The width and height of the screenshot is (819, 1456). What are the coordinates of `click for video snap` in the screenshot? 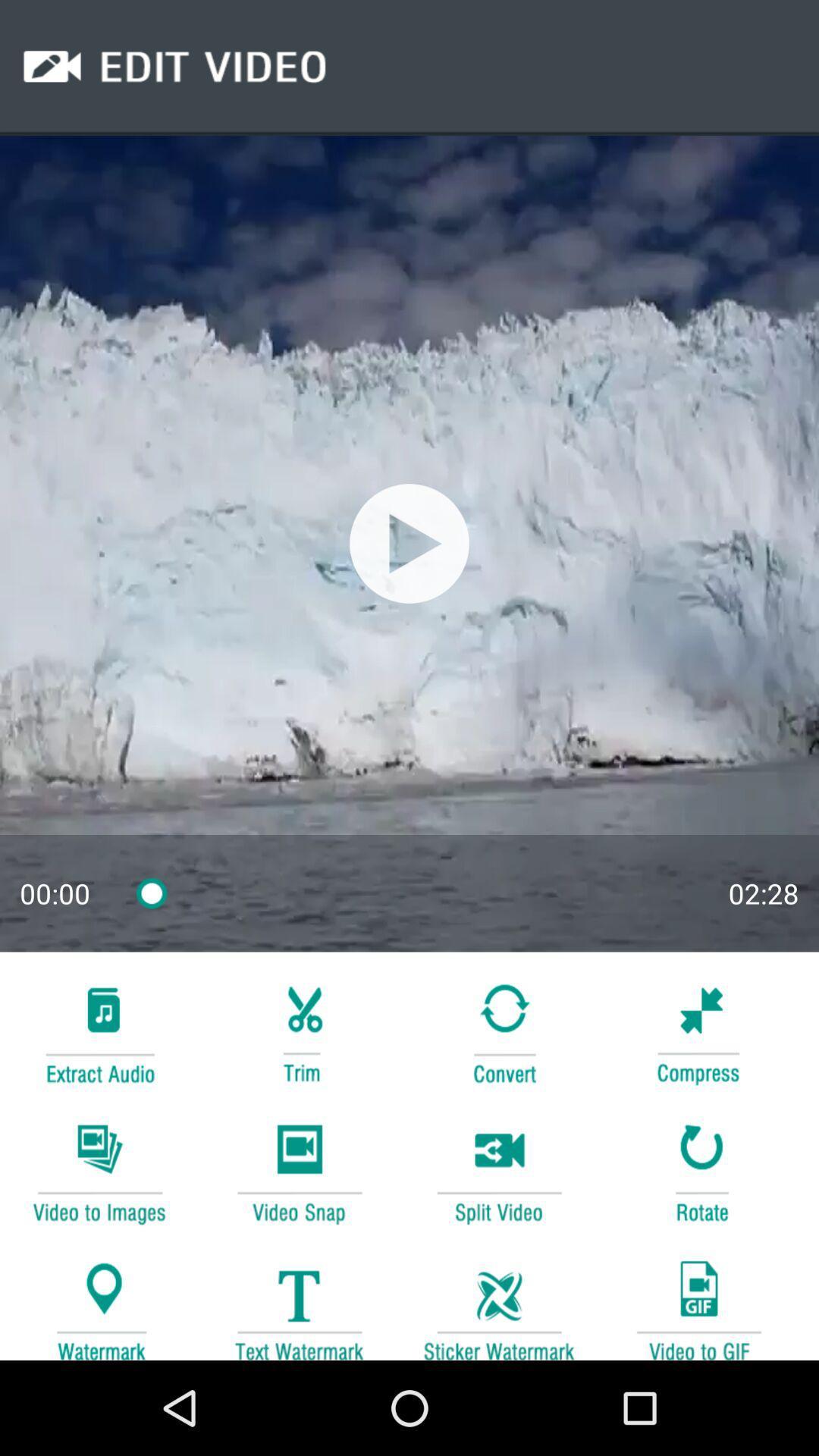 It's located at (299, 1171).